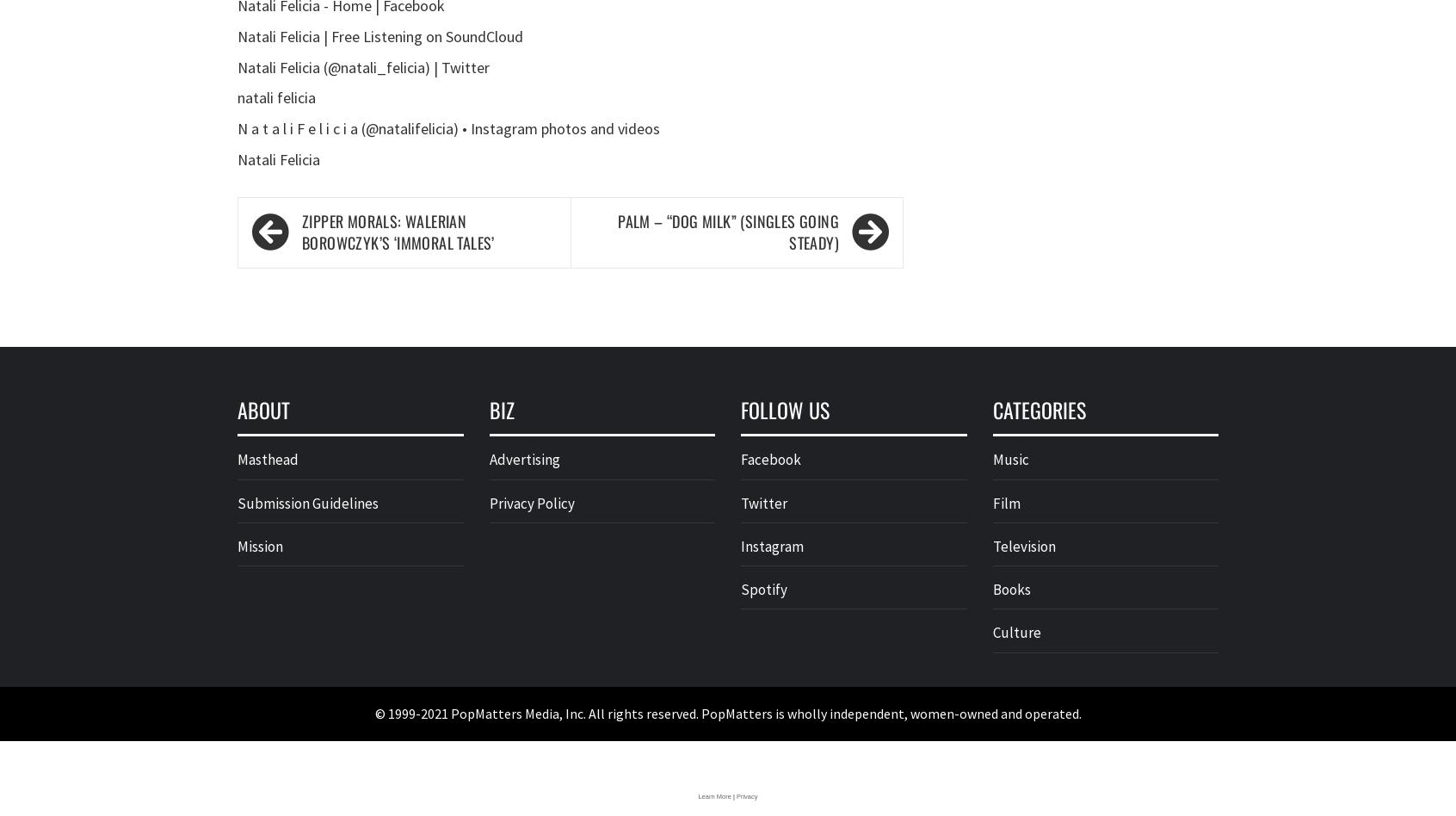 The width and height of the screenshot is (1456, 816). Describe the element at coordinates (762, 589) in the screenshot. I see `'Spotify'` at that location.